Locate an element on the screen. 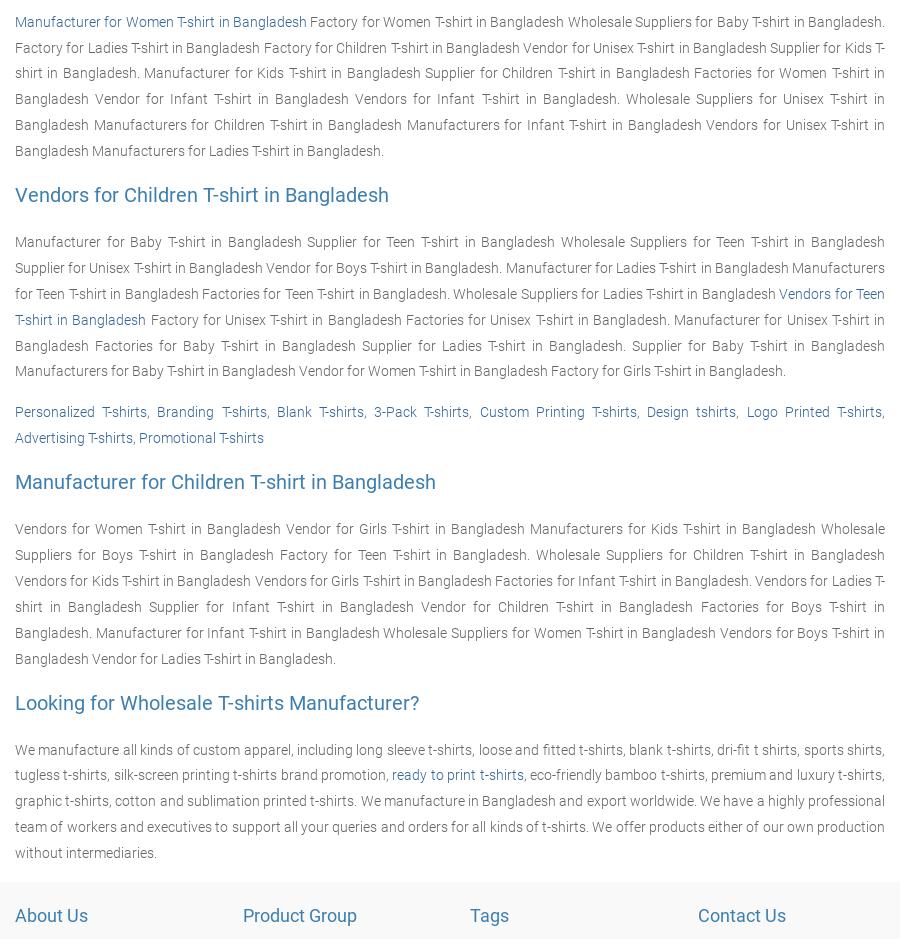  'Blank T-shirts' is located at coordinates (319, 411).